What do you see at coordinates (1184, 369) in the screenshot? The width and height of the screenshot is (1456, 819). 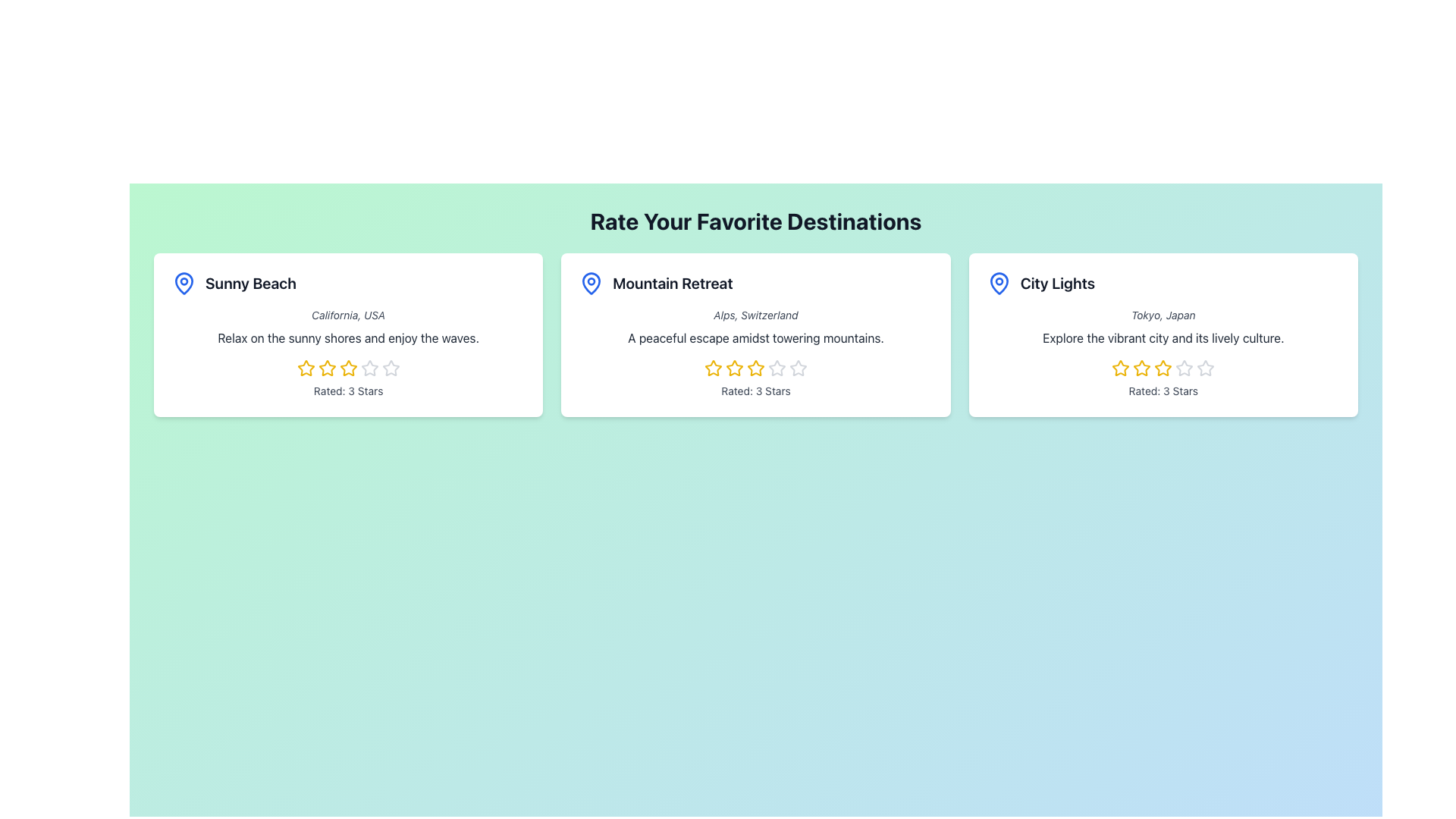 I see `the fourth star in the star rating icon beneath the 'City Lights' card to rate it` at bounding box center [1184, 369].